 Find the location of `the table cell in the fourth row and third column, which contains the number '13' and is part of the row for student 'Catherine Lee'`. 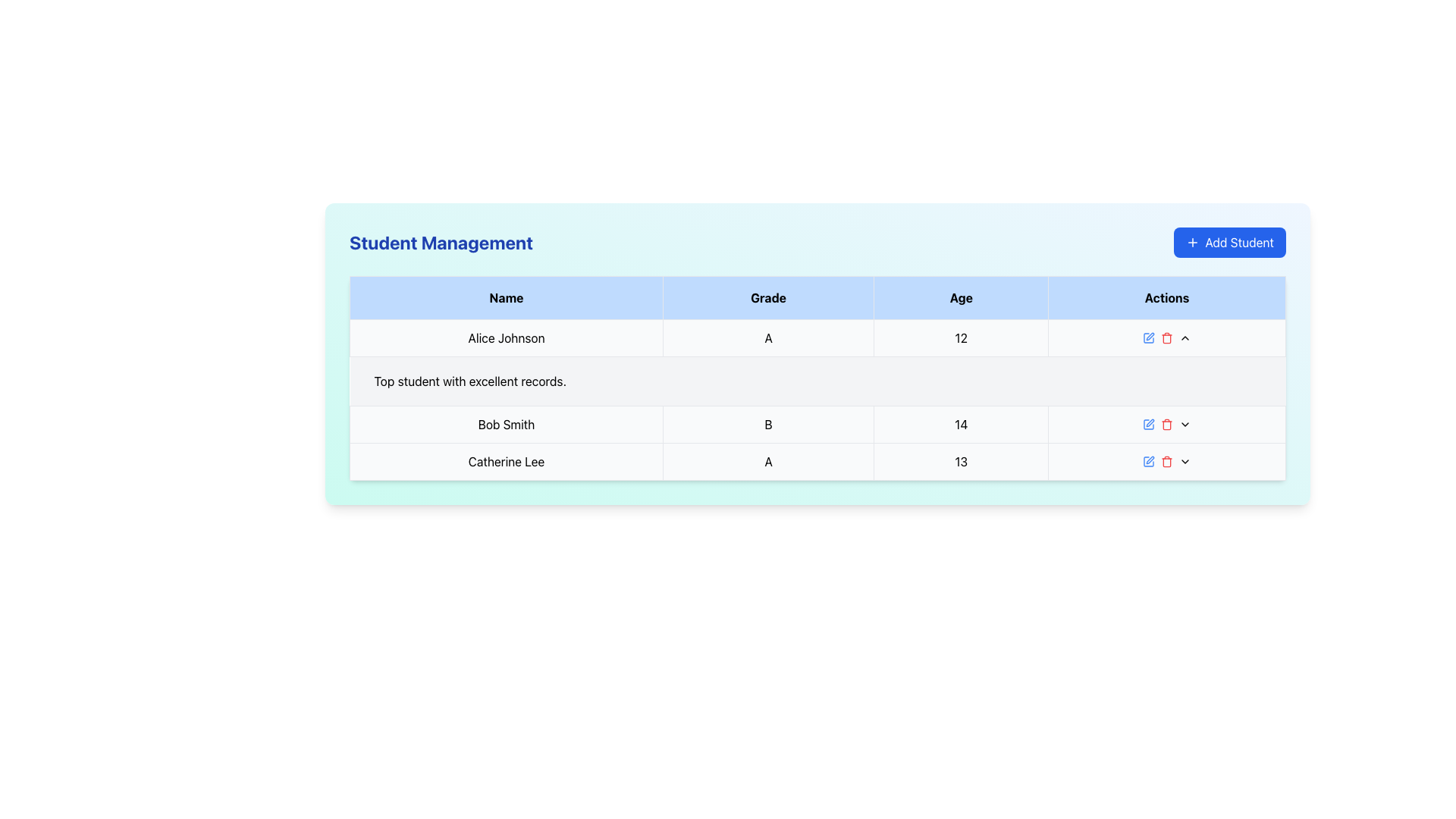

the table cell in the fourth row and third column, which contains the number '13' and is part of the row for student 'Catherine Lee' is located at coordinates (960, 461).